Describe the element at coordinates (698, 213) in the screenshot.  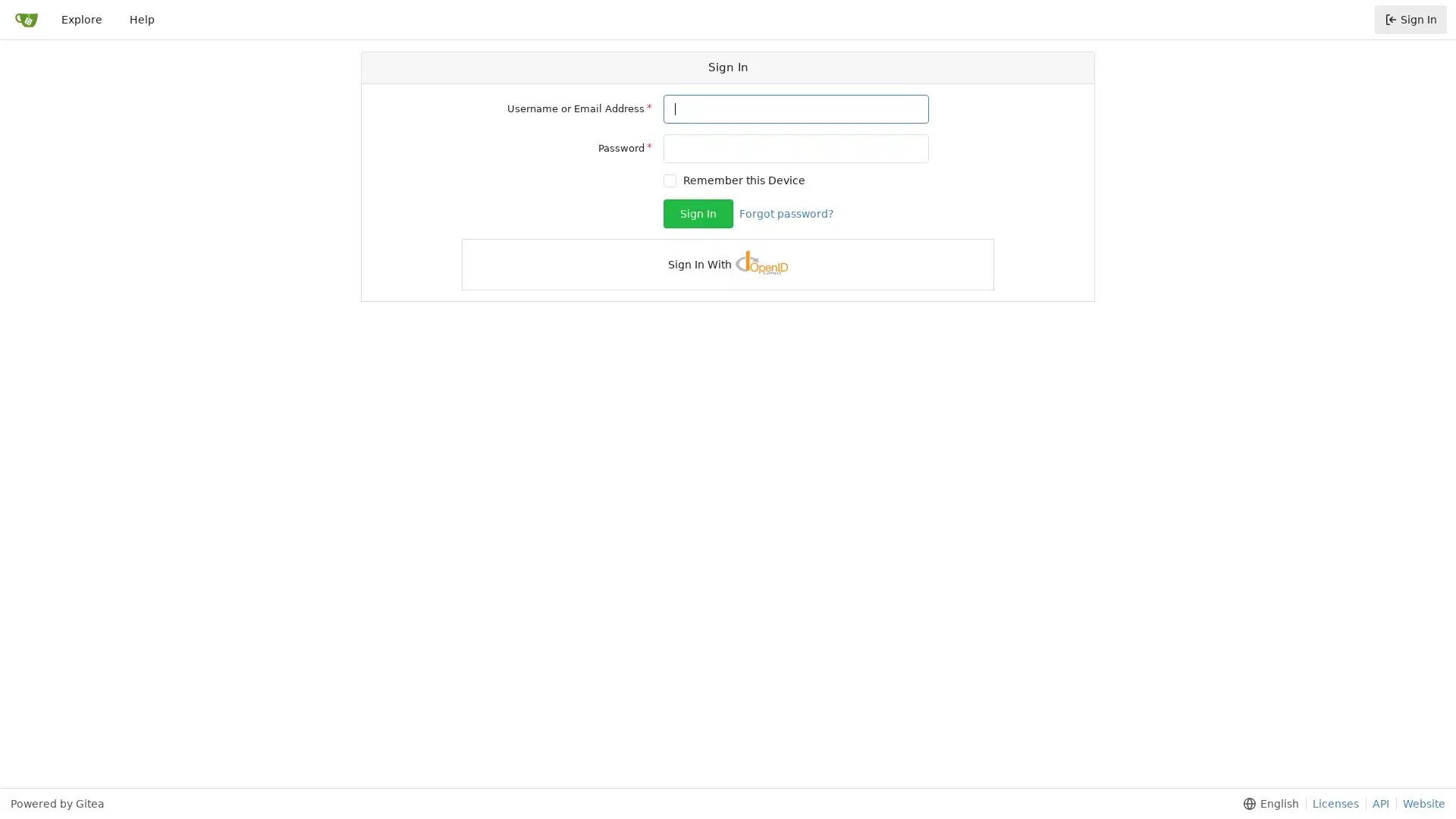
I see `Sign In` at that location.